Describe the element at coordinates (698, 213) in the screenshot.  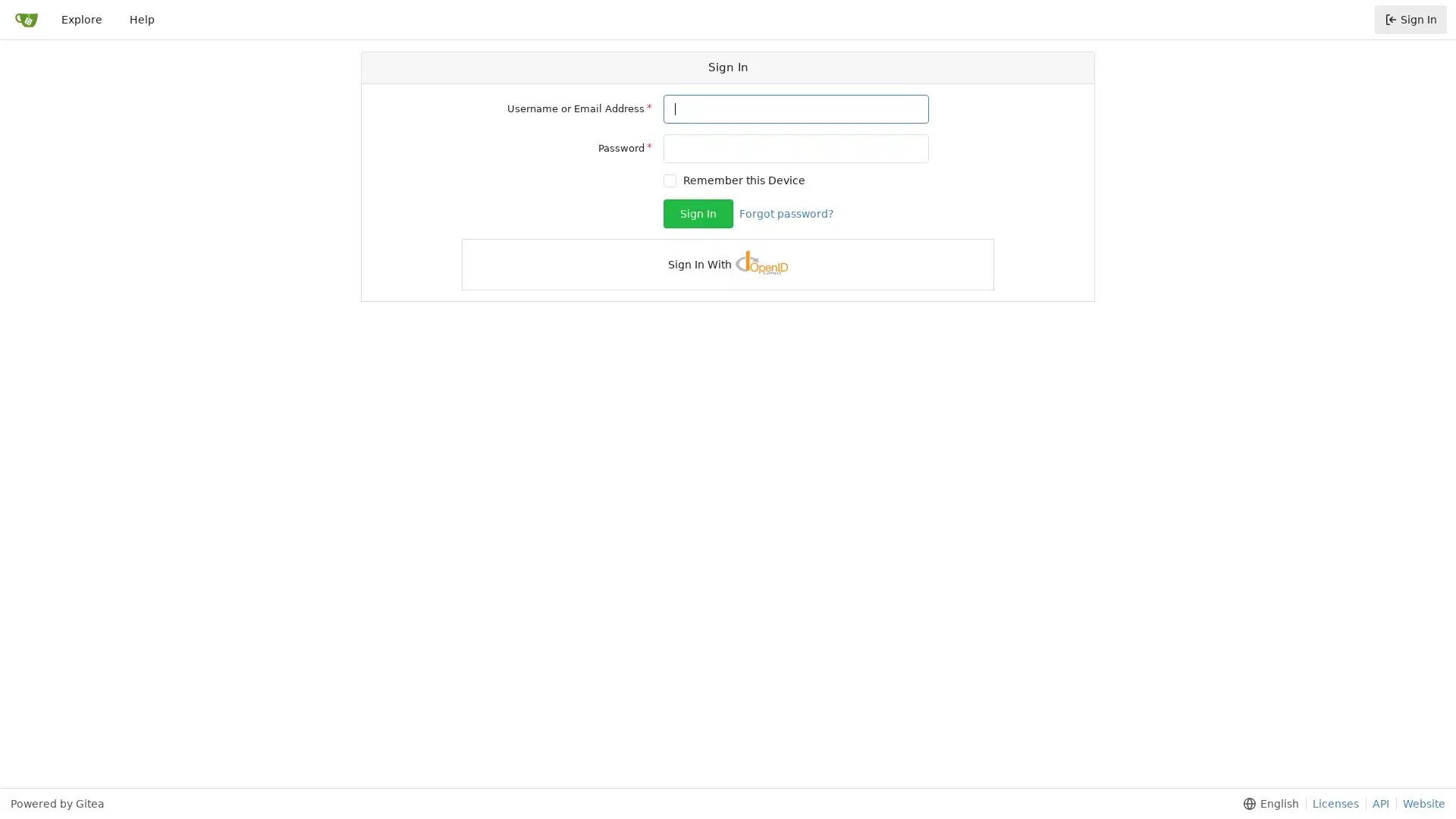
I see `Sign In` at that location.